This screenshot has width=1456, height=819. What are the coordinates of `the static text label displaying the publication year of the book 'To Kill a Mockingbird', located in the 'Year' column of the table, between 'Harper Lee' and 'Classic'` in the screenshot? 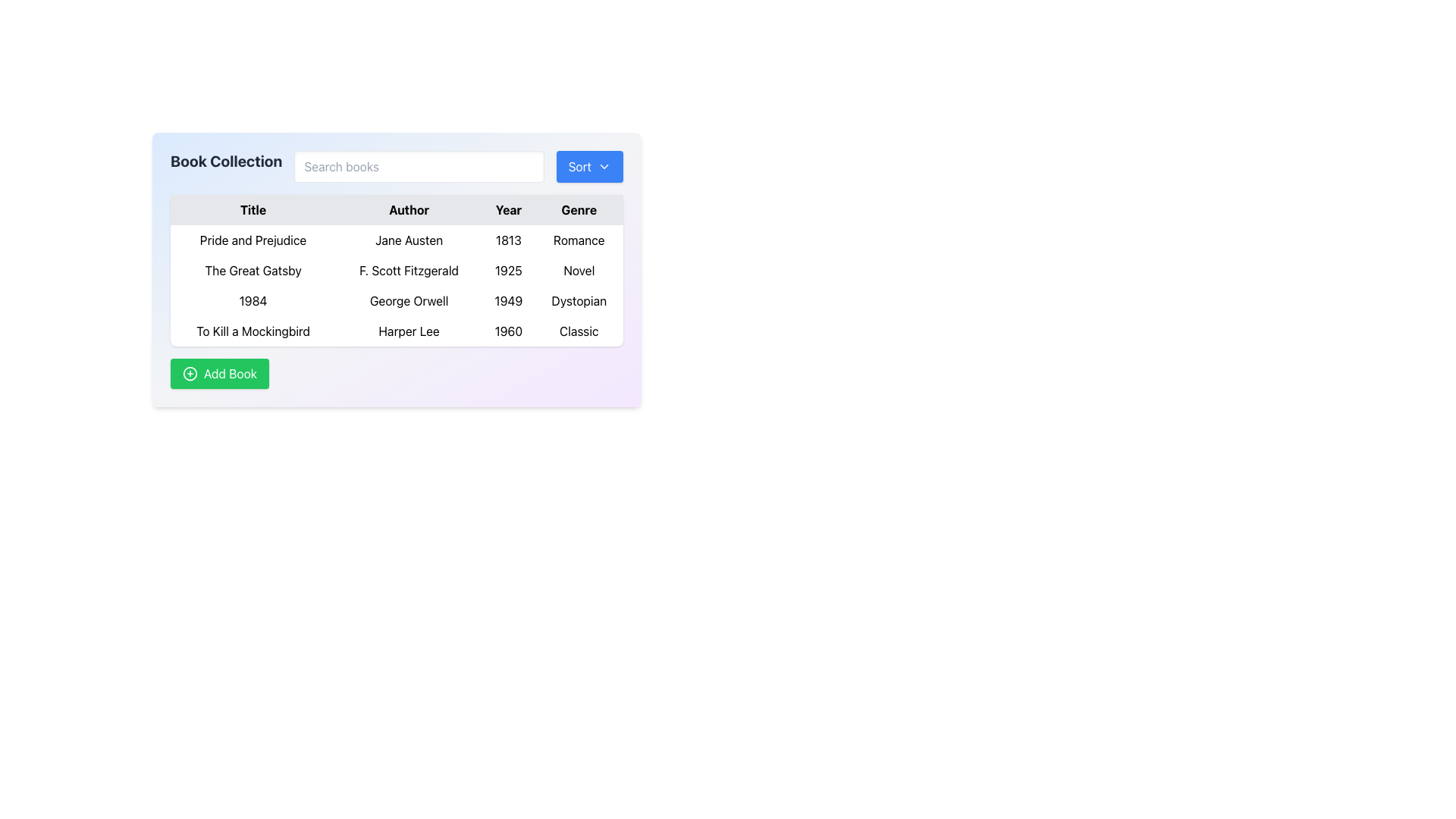 It's located at (508, 330).